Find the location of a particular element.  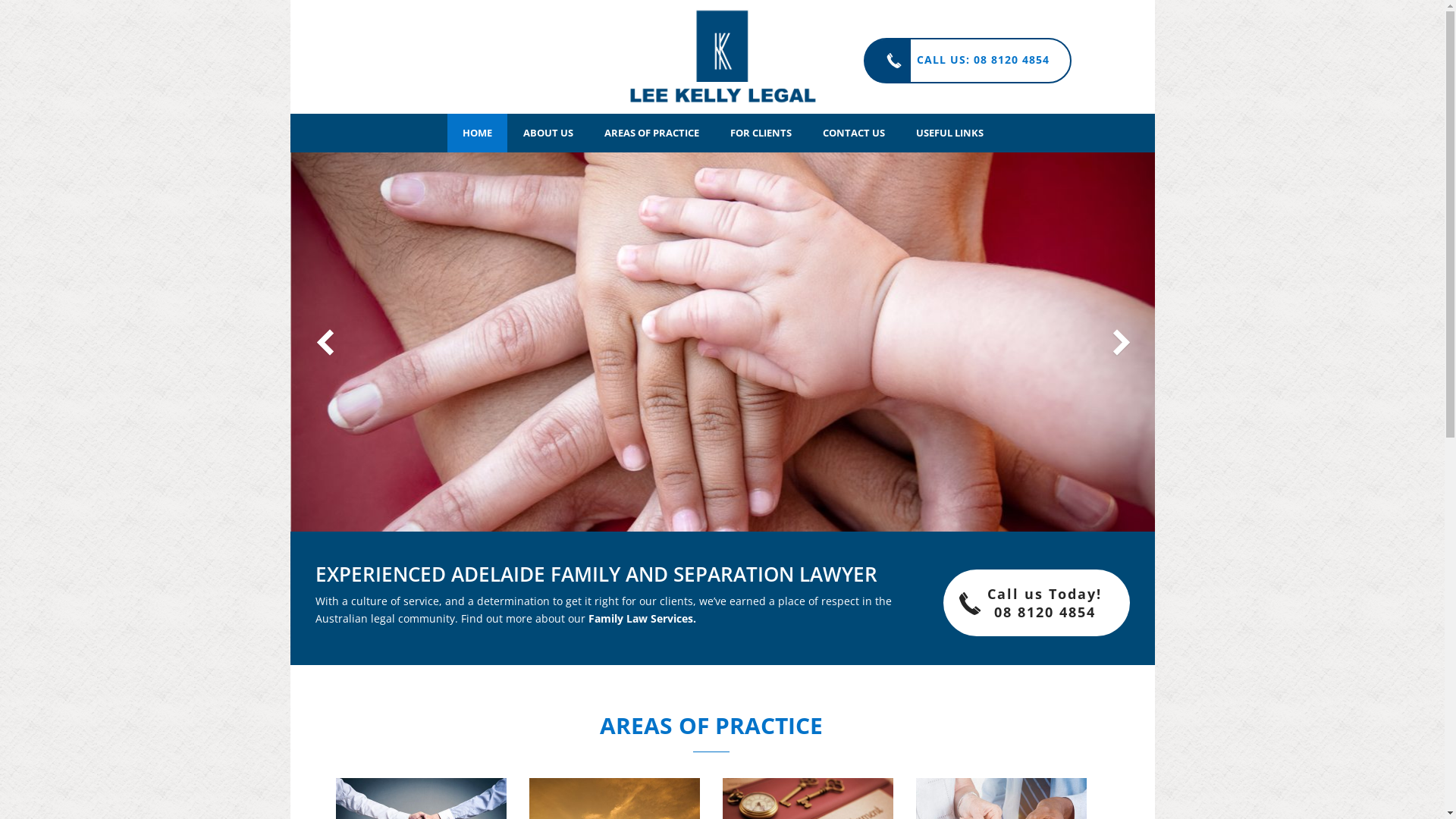

'ABOUT US' is located at coordinates (548, 132).